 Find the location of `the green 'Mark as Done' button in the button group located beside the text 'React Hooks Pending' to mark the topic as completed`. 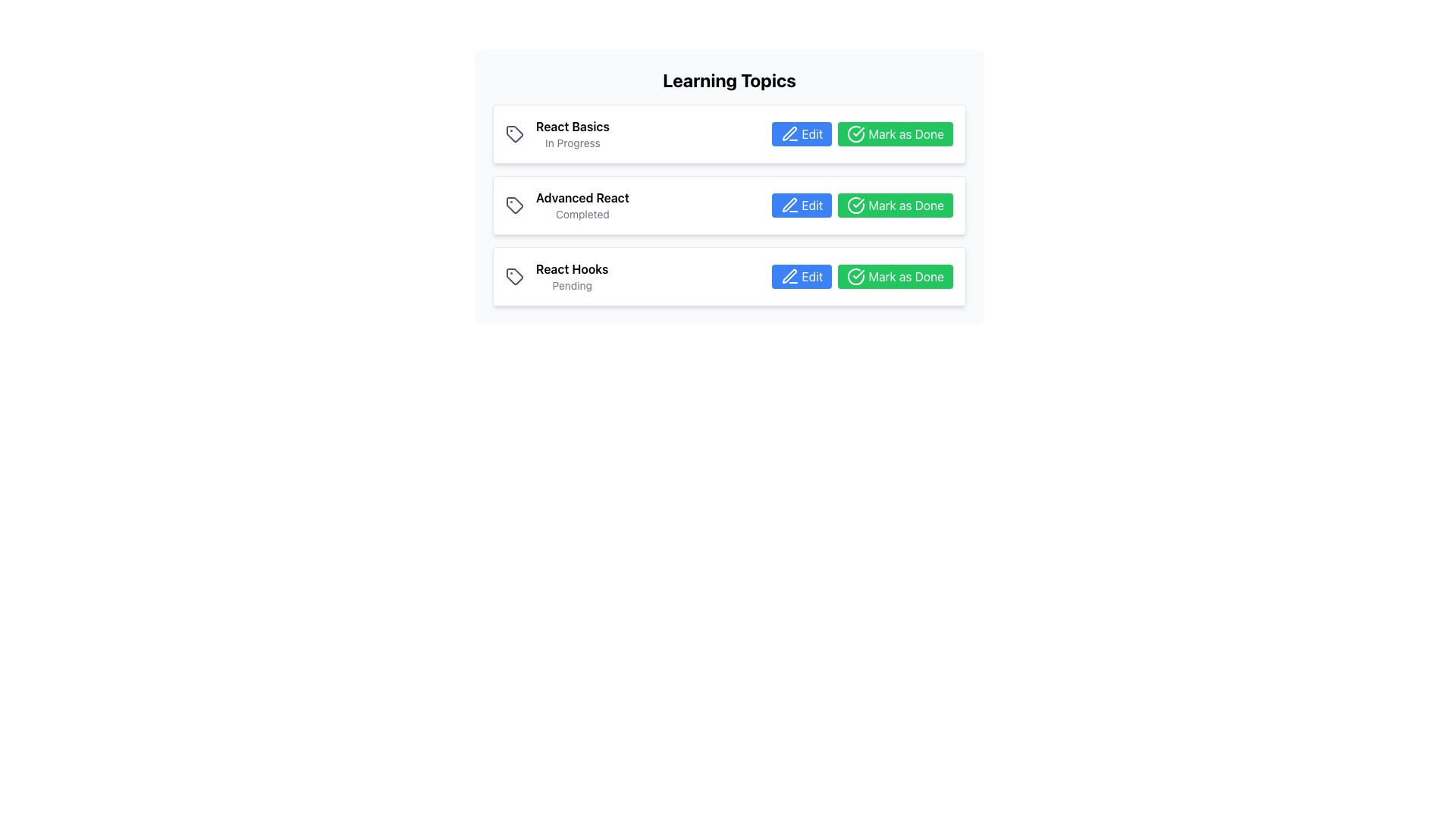

the green 'Mark as Done' button in the button group located beside the text 'React Hooks Pending' to mark the topic as completed is located at coordinates (862, 277).